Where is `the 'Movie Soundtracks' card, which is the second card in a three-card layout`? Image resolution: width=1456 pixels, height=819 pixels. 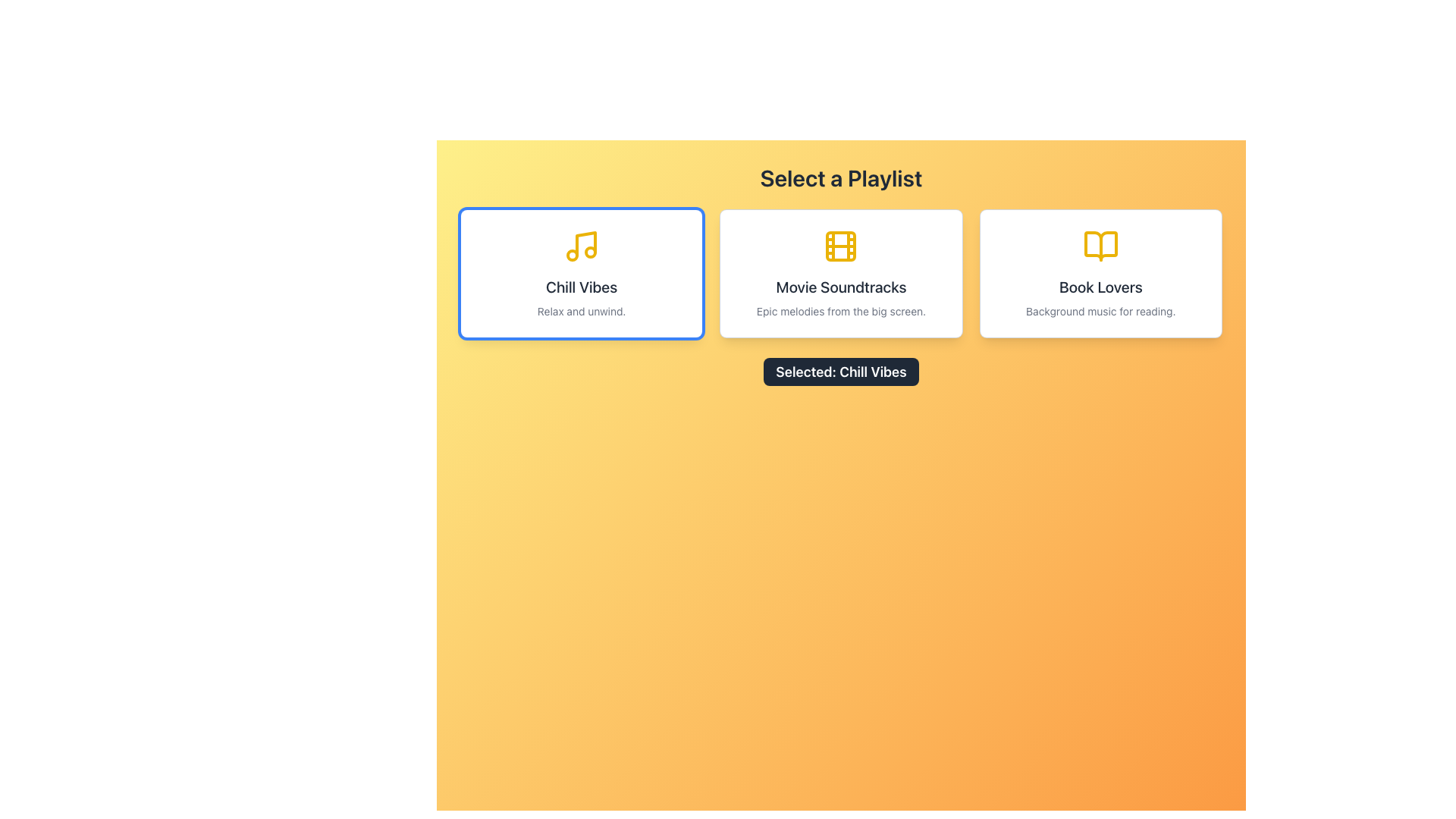
the 'Movie Soundtracks' card, which is the second card in a three-card layout is located at coordinates (839, 274).